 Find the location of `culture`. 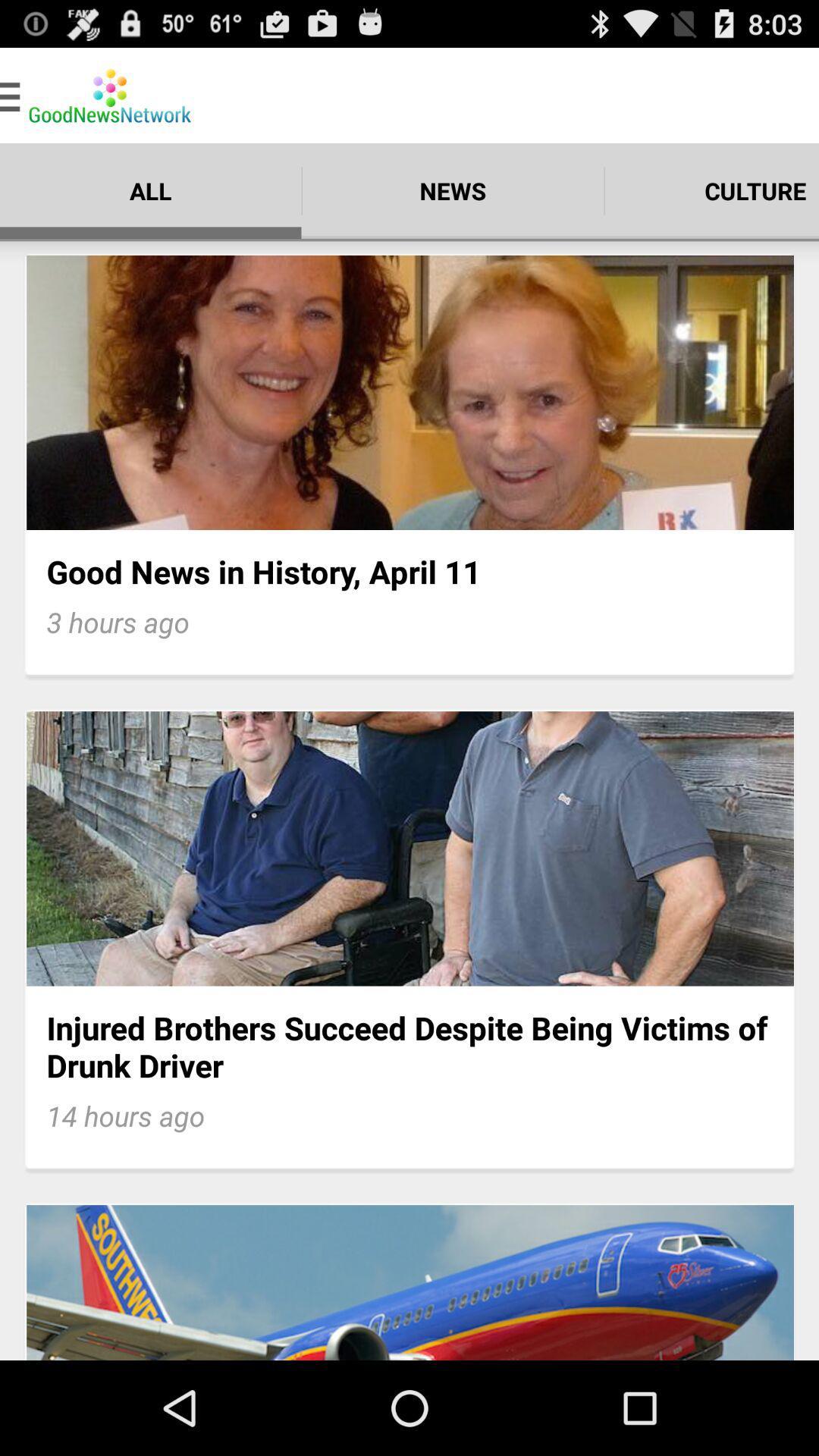

culture is located at coordinates (711, 190).